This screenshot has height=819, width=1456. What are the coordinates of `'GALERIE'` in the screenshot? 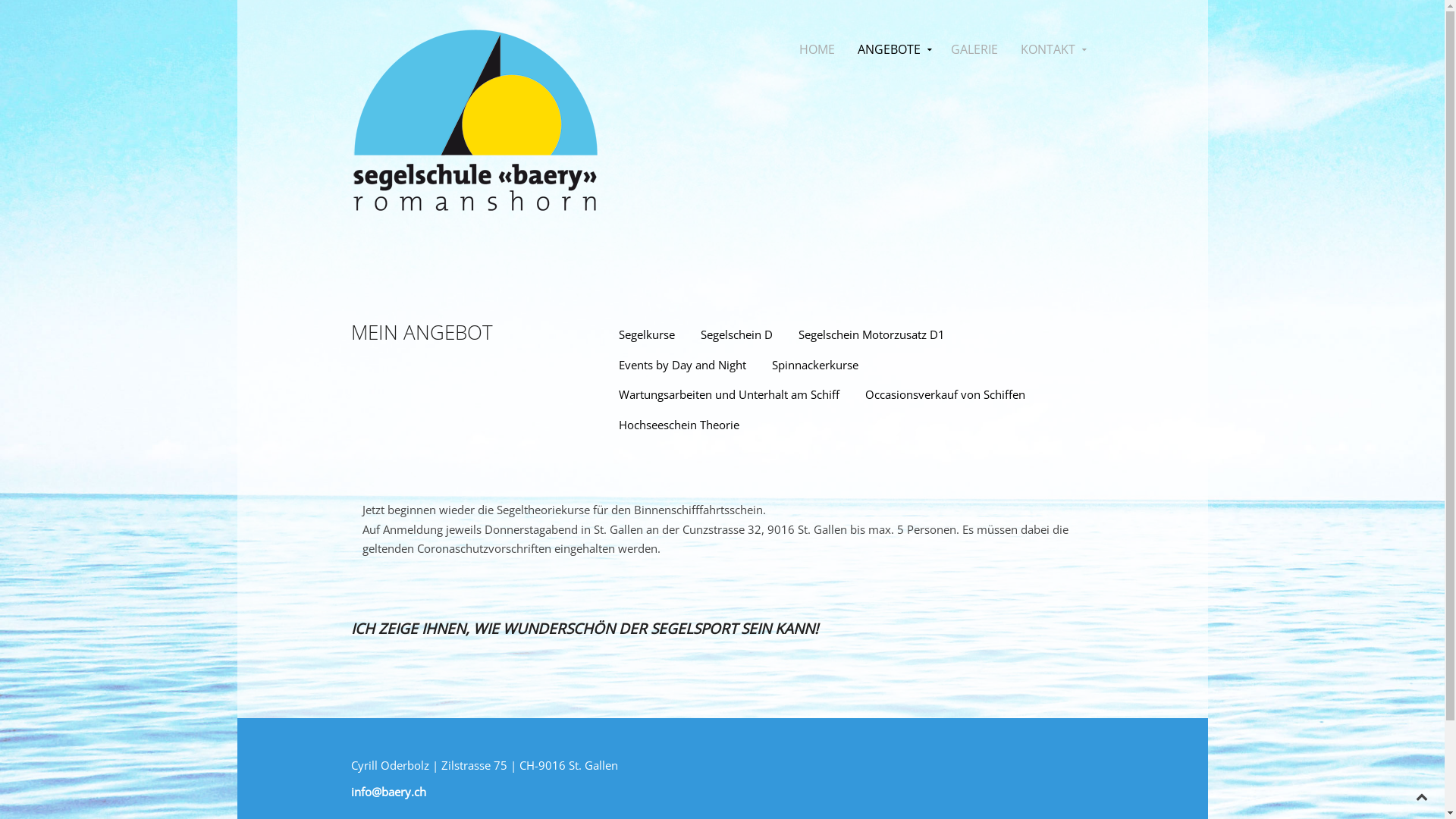 It's located at (938, 49).